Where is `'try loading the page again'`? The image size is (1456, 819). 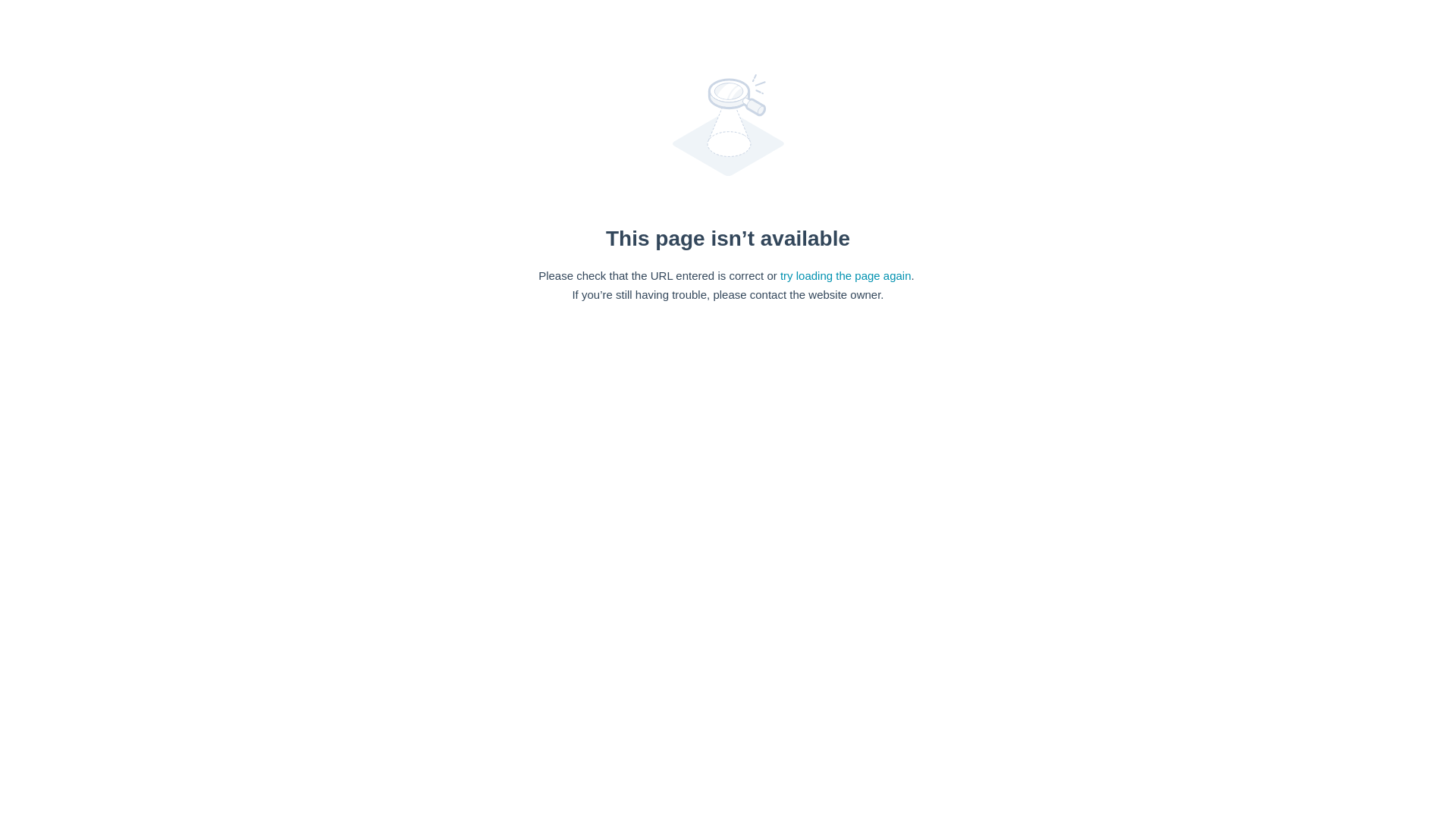
'try loading the page again' is located at coordinates (845, 275).